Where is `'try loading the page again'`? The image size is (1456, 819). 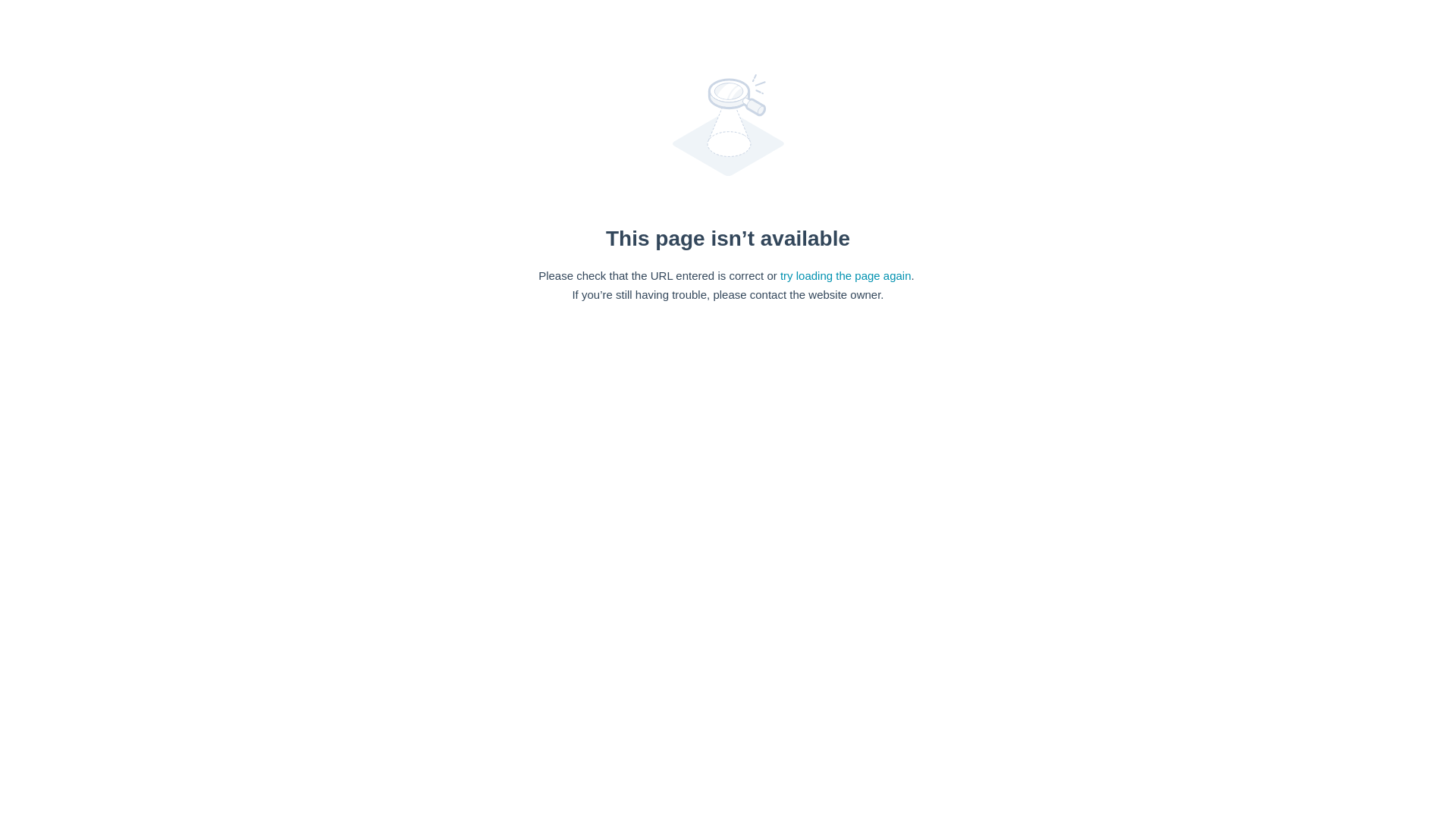
'try loading the page again' is located at coordinates (845, 275).